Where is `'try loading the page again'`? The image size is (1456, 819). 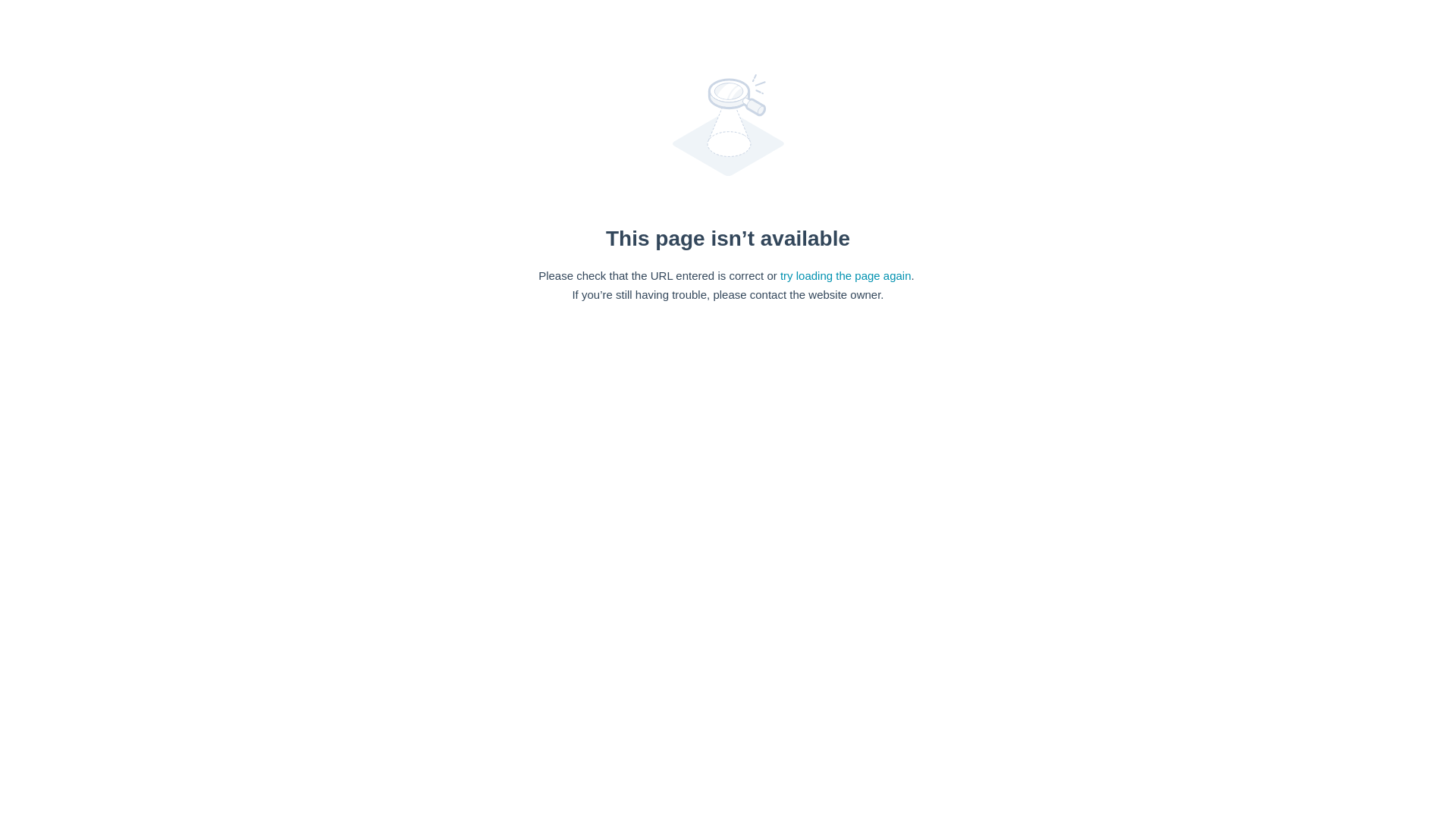
'try loading the page again' is located at coordinates (845, 275).